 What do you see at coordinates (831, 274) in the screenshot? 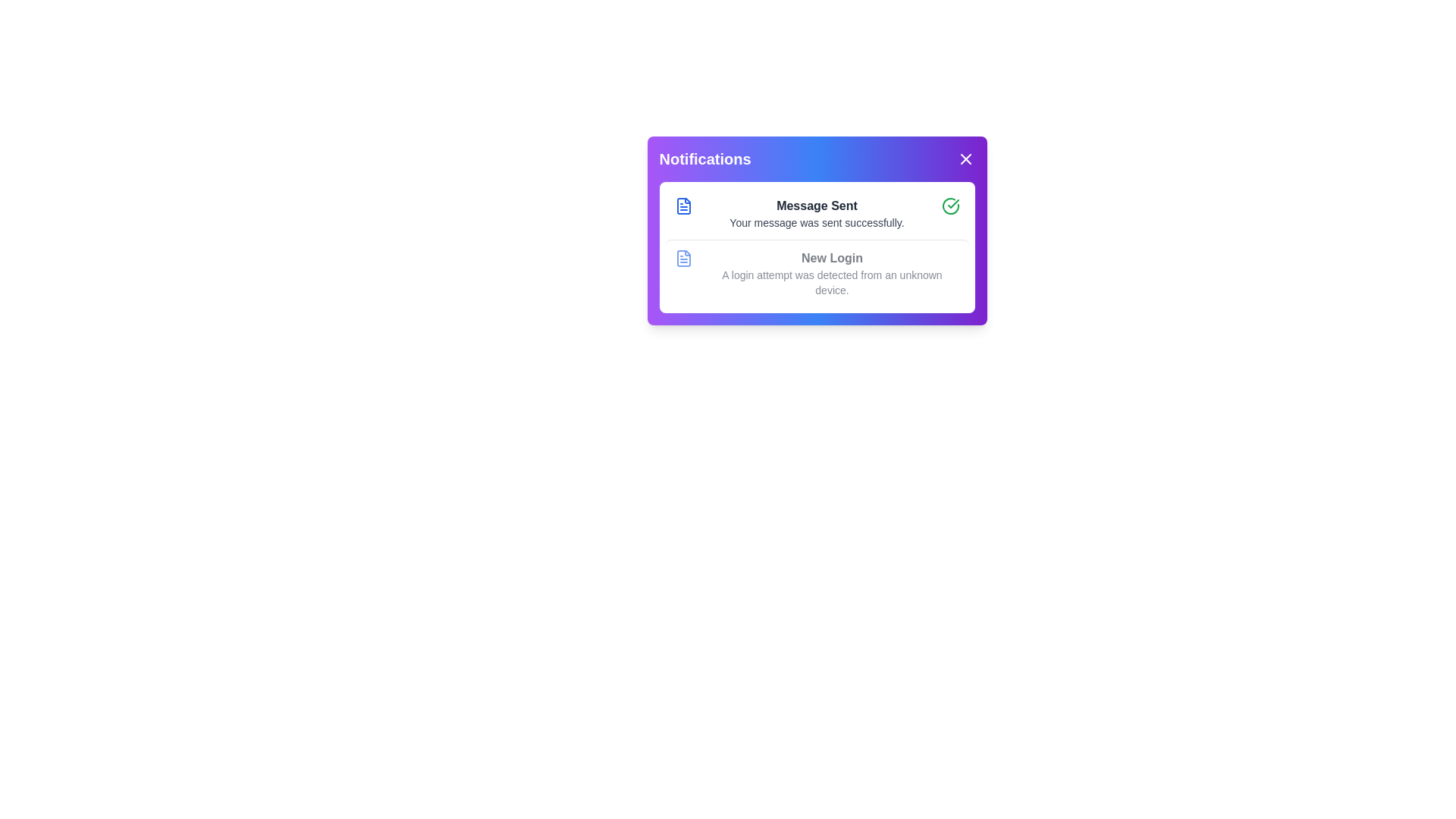
I see `message content of the notification item informing about a detected login attempt from an unknown device, which is the second item in the notification dialog` at bounding box center [831, 274].